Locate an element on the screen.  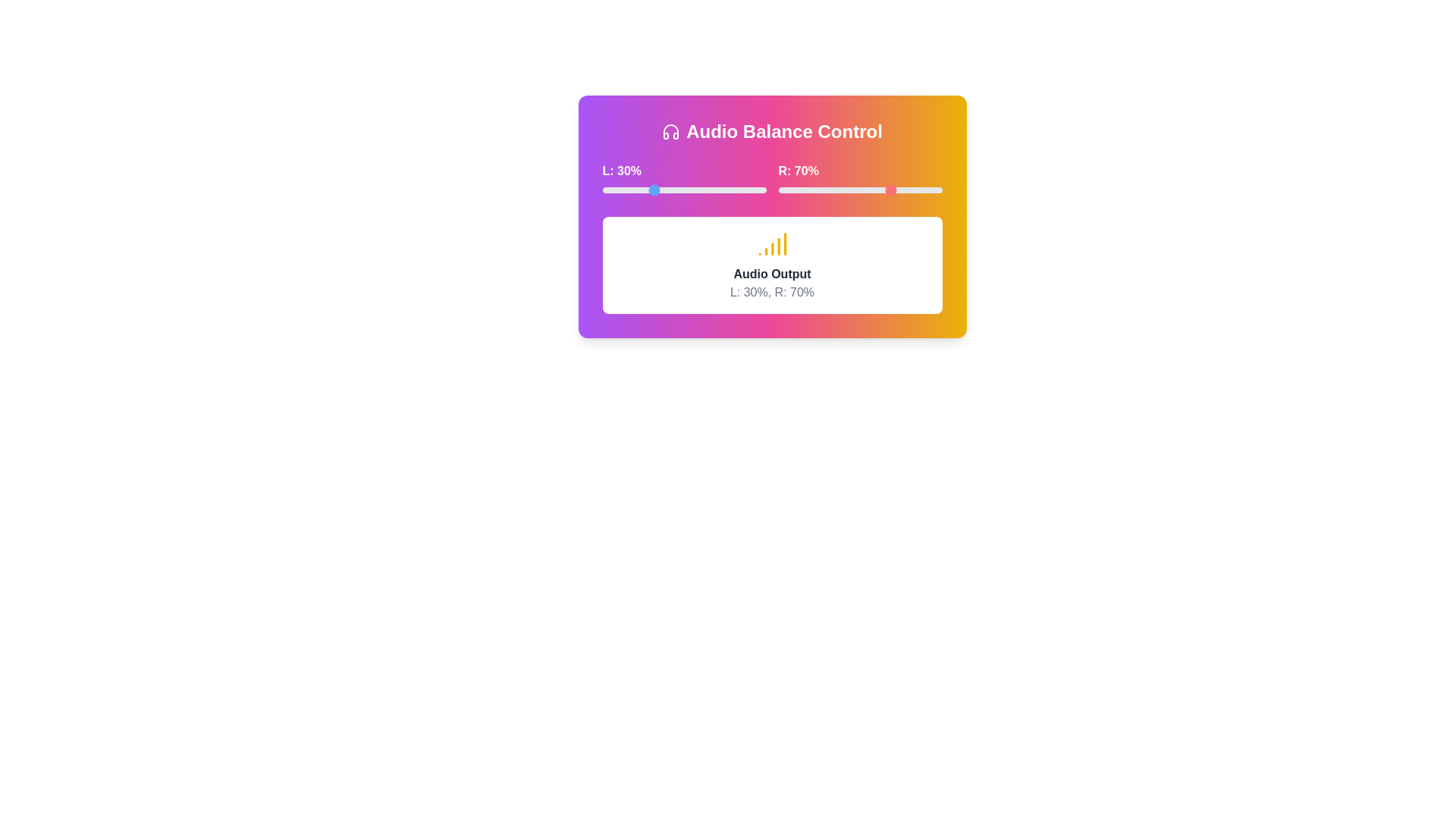
the right volume slider to 47% is located at coordinates (855, 189).